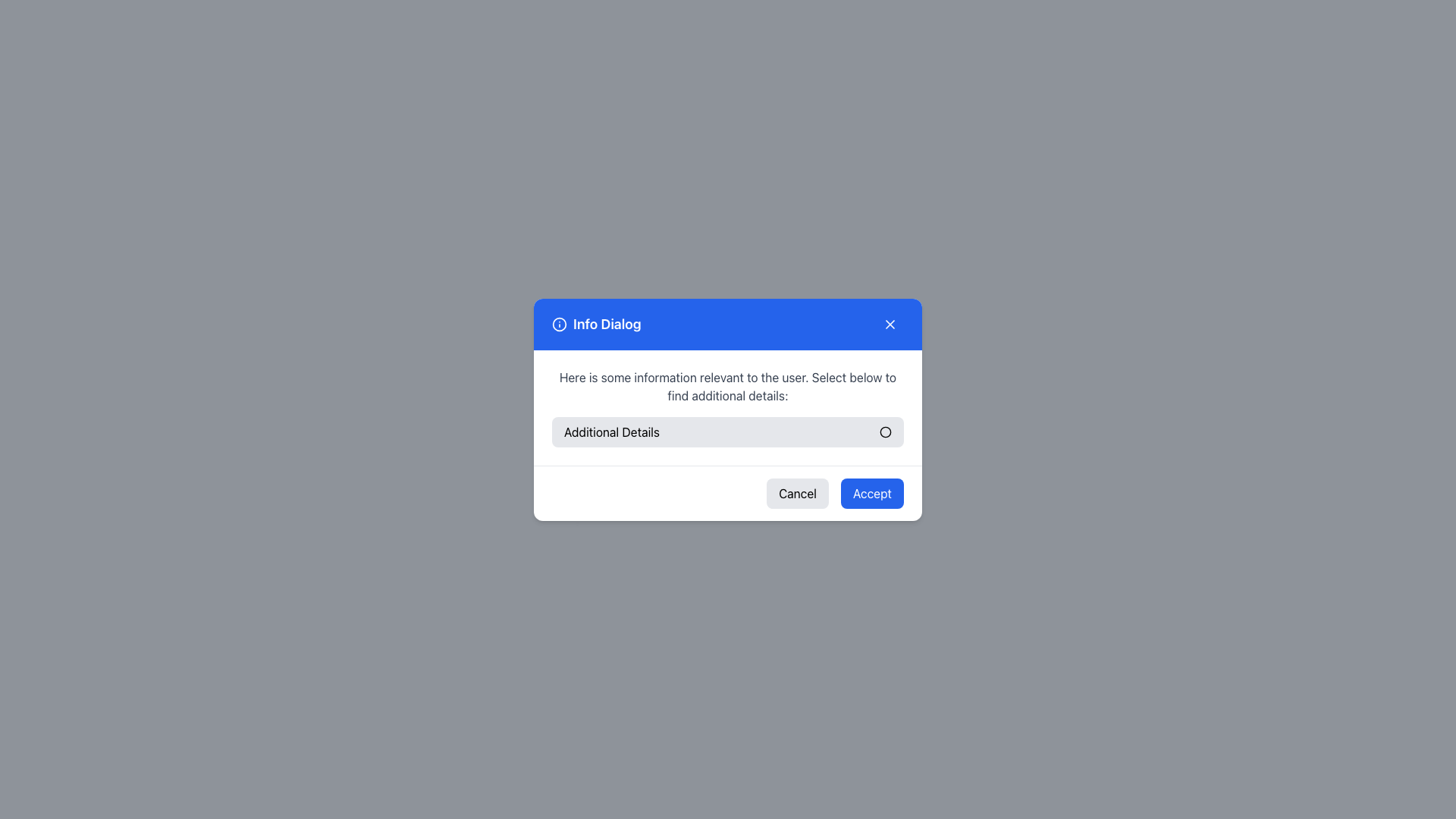 This screenshot has width=1456, height=819. What do you see at coordinates (595, 323) in the screenshot?
I see `text 'Info Dialog' from the text label with an icon positioned in the blue banner at the top of the modal dialog` at bounding box center [595, 323].